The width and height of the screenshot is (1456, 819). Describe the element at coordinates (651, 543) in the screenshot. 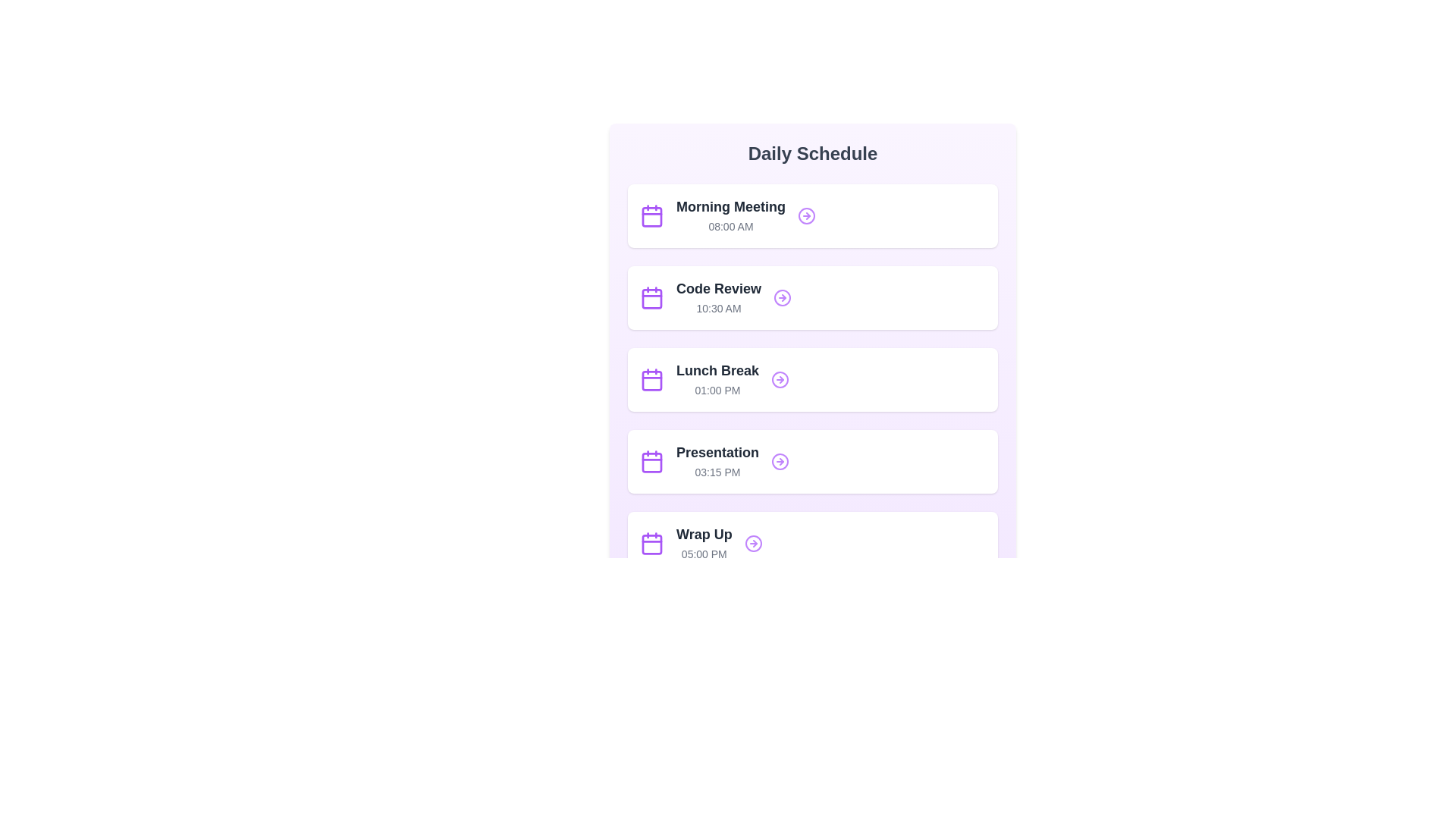

I see `the calendar icon located at the leftmost position of the 'Wrap Up 05:00 PM' row in the schedule interface` at that location.